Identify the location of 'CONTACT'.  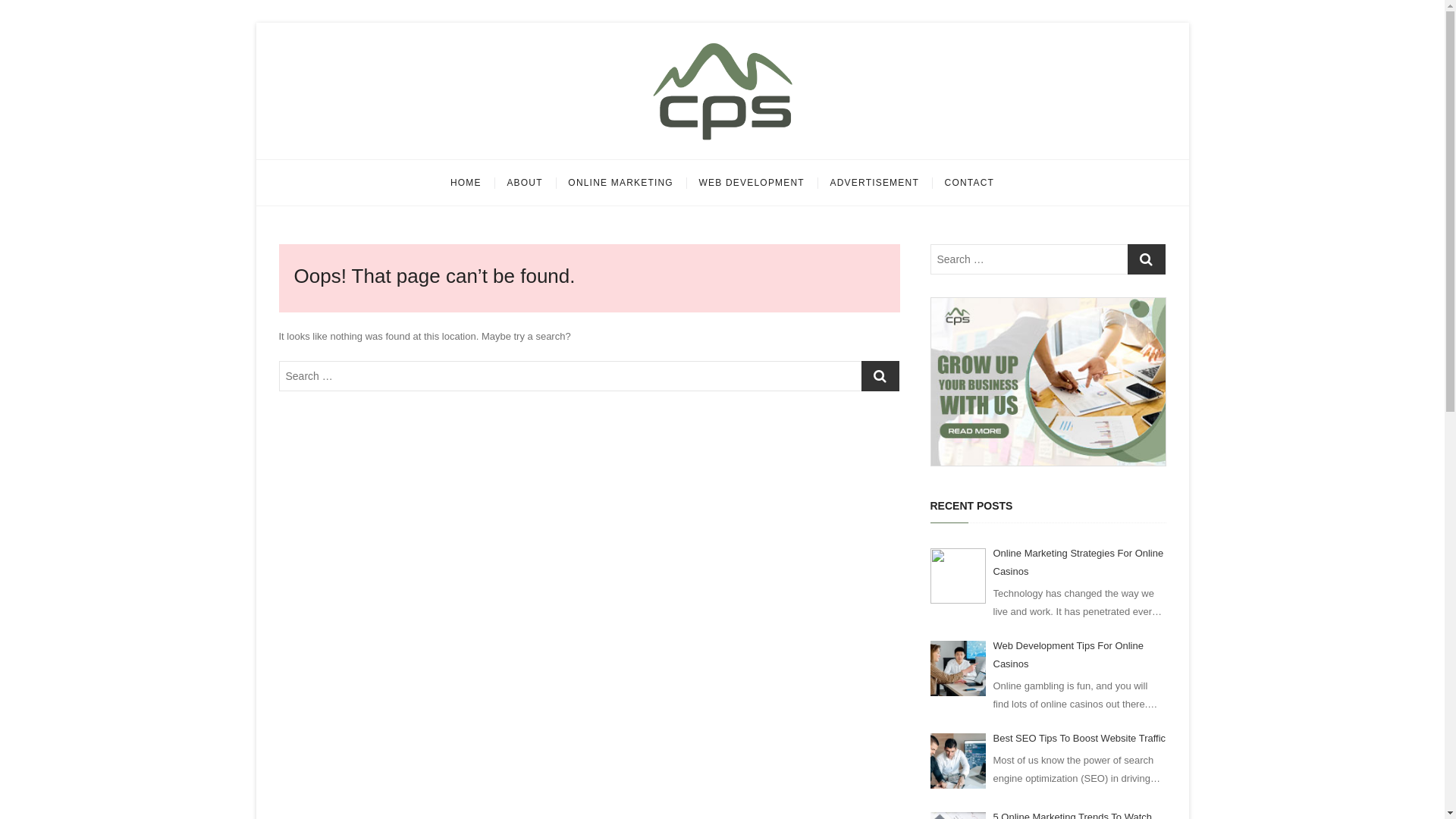
(968, 181).